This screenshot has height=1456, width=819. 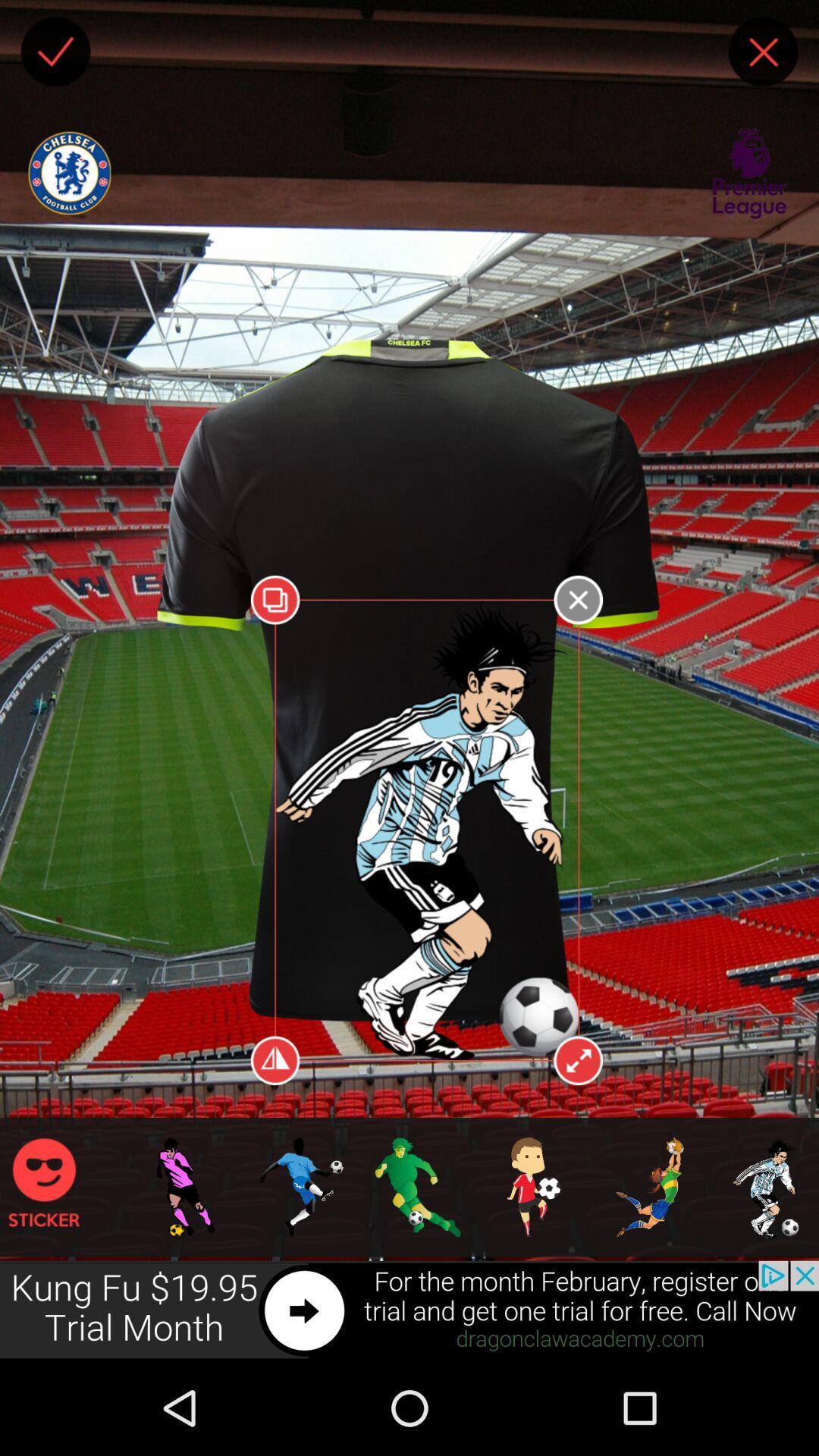 What do you see at coordinates (409, 1310) in the screenshot?
I see `click for advertisement` at bounding box center [409, 1310].